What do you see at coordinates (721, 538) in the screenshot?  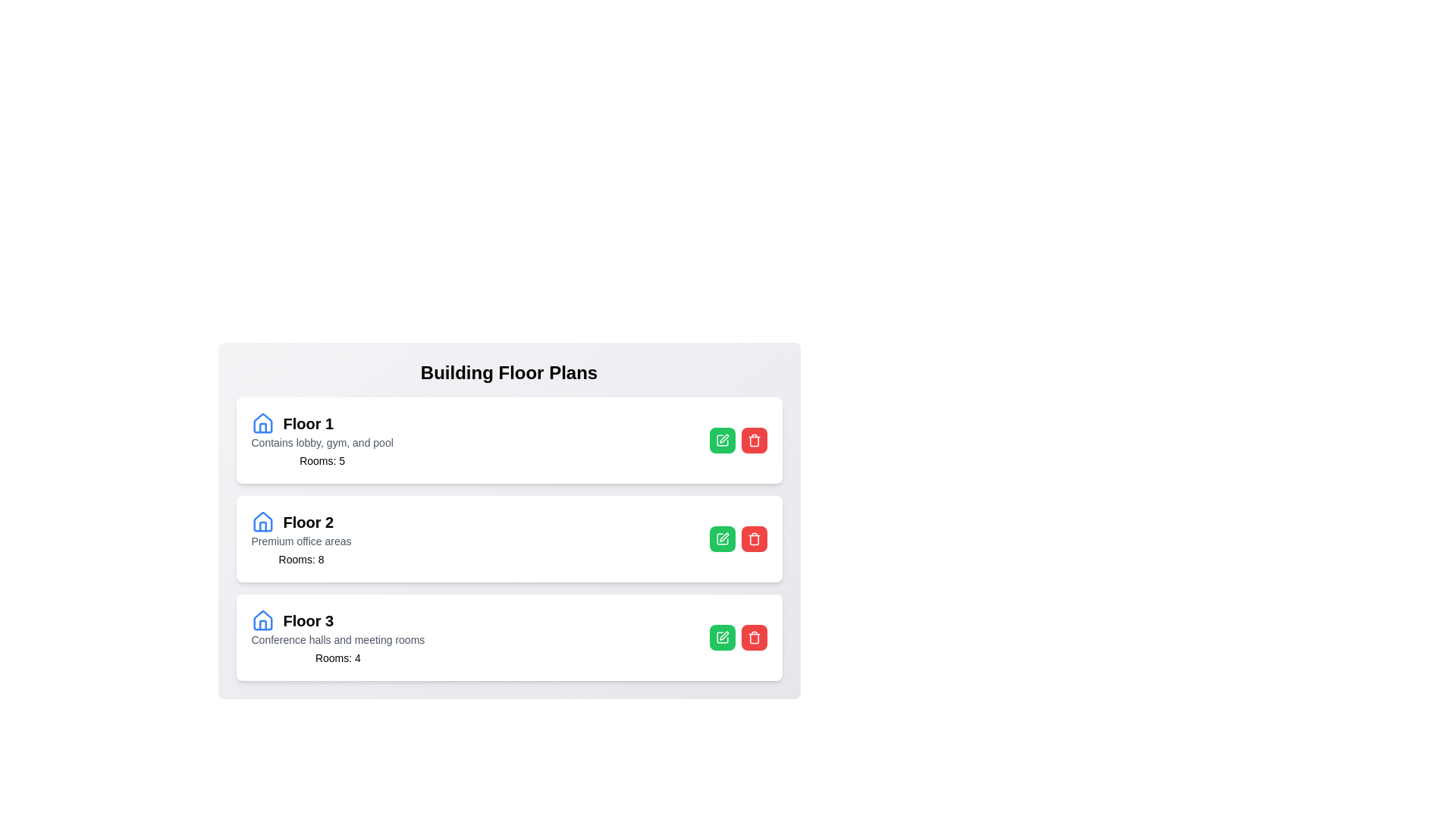 I see `the edit button for Floor 2` at bounding box center [721, 538].